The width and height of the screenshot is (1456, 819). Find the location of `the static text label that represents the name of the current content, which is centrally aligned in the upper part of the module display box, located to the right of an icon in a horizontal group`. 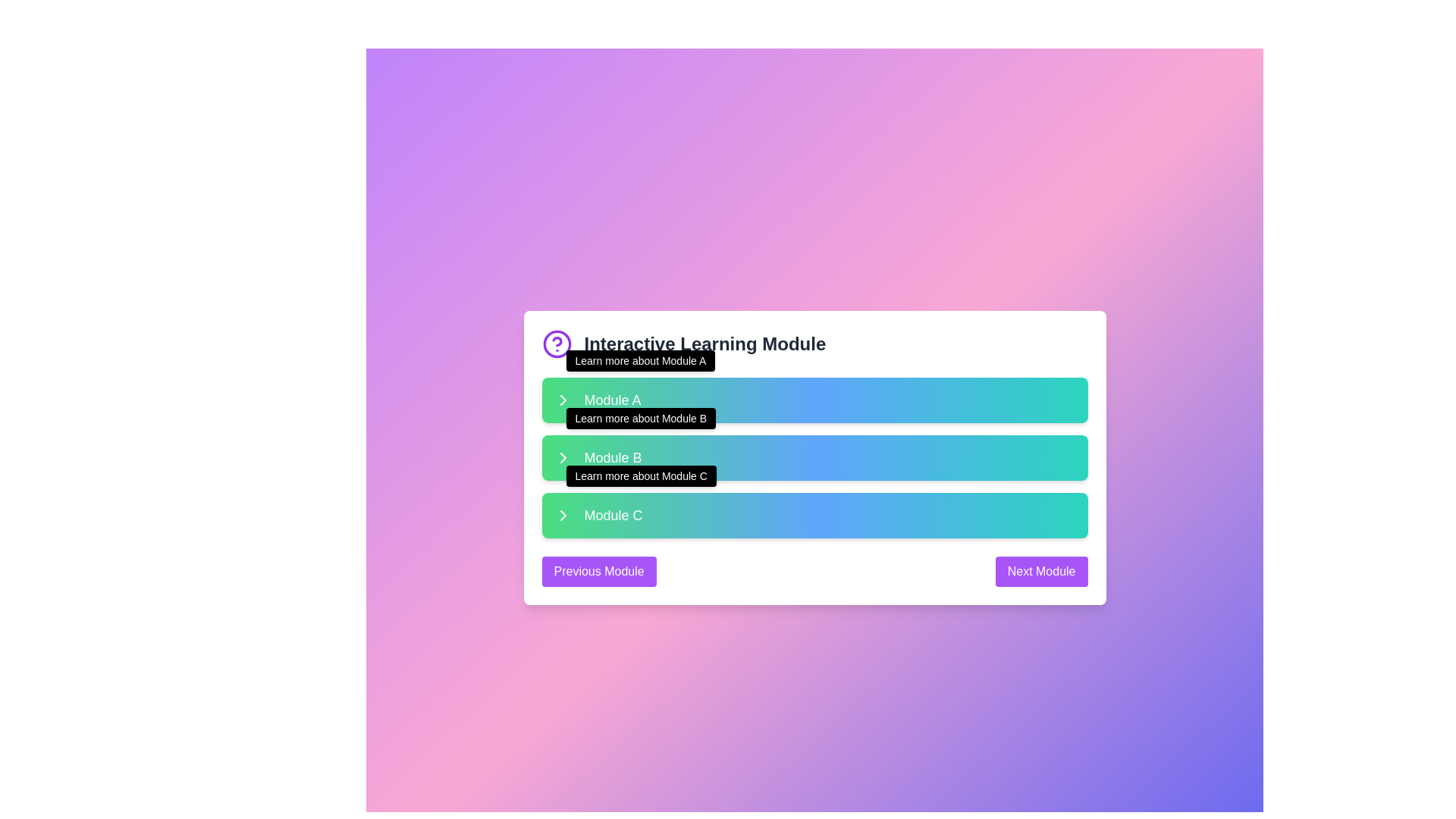

the static text label that represents the name of the current content, which is centrally aligned in the upper part of the module display box, located to the right of an icon in a horizontal group is located at coordinates (704, 344).